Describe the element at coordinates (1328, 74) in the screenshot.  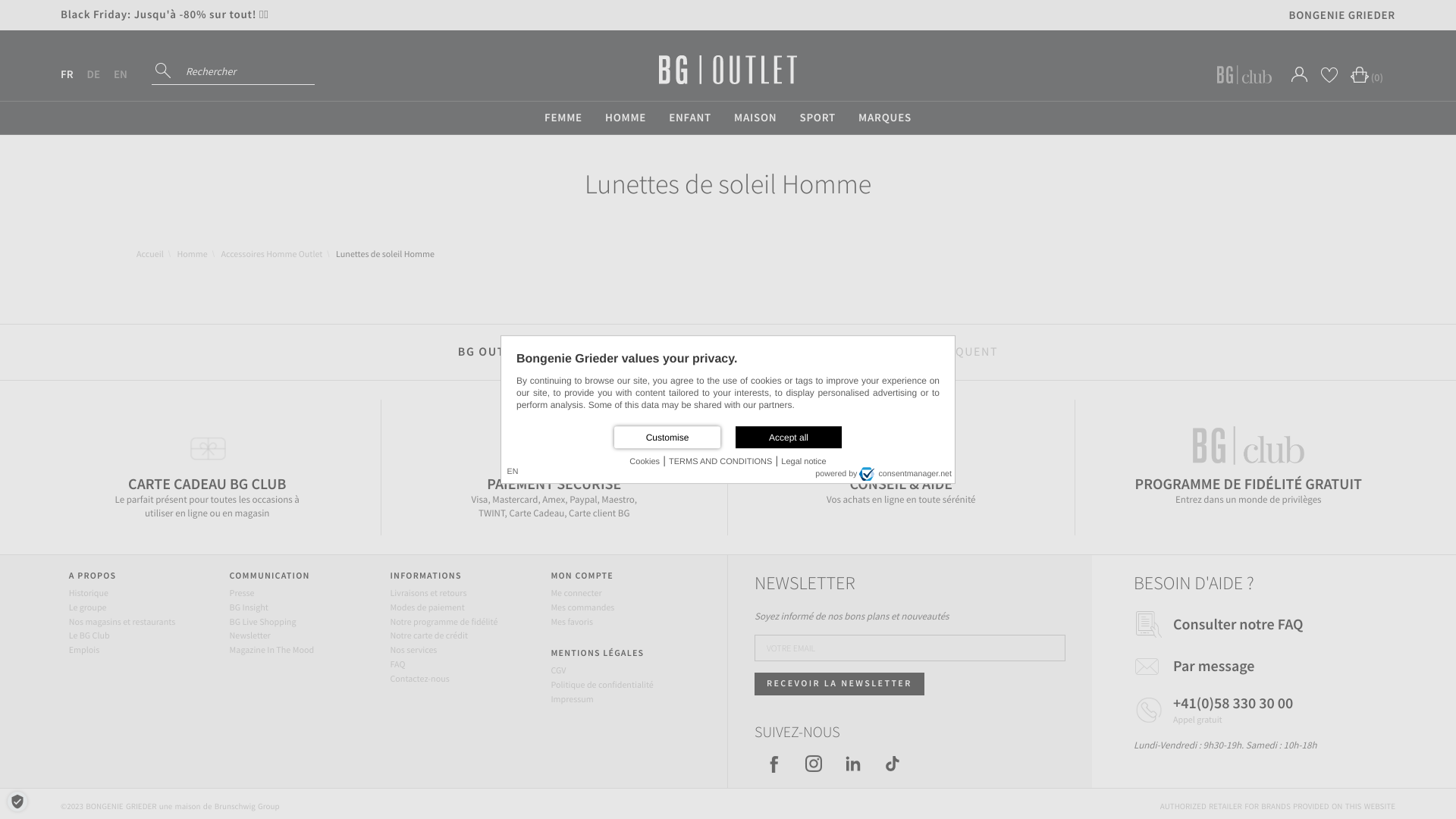
I see `'Mes Favoris'` at that location.